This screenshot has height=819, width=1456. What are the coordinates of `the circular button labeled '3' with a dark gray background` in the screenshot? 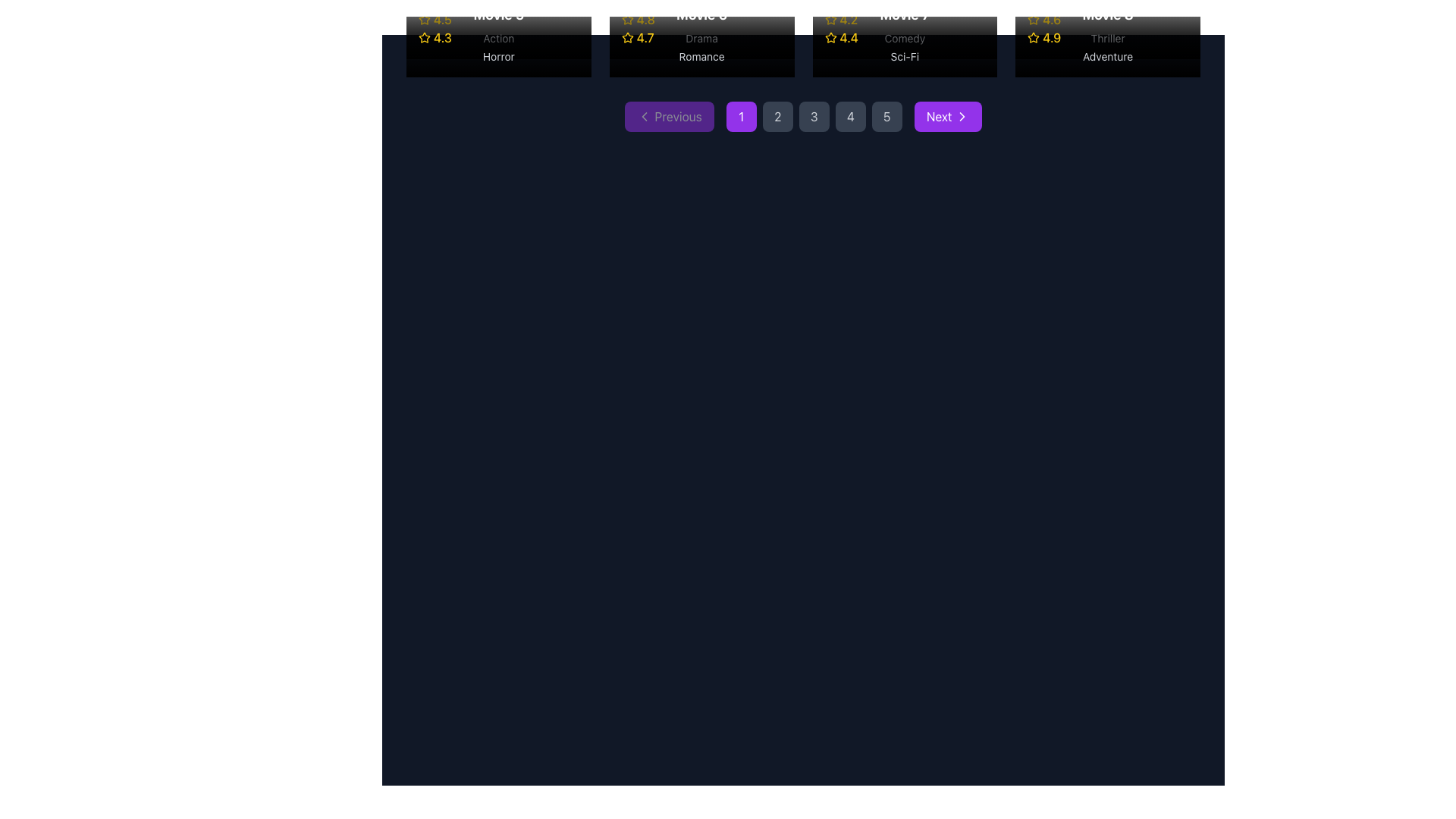 It's located at (813, 116).